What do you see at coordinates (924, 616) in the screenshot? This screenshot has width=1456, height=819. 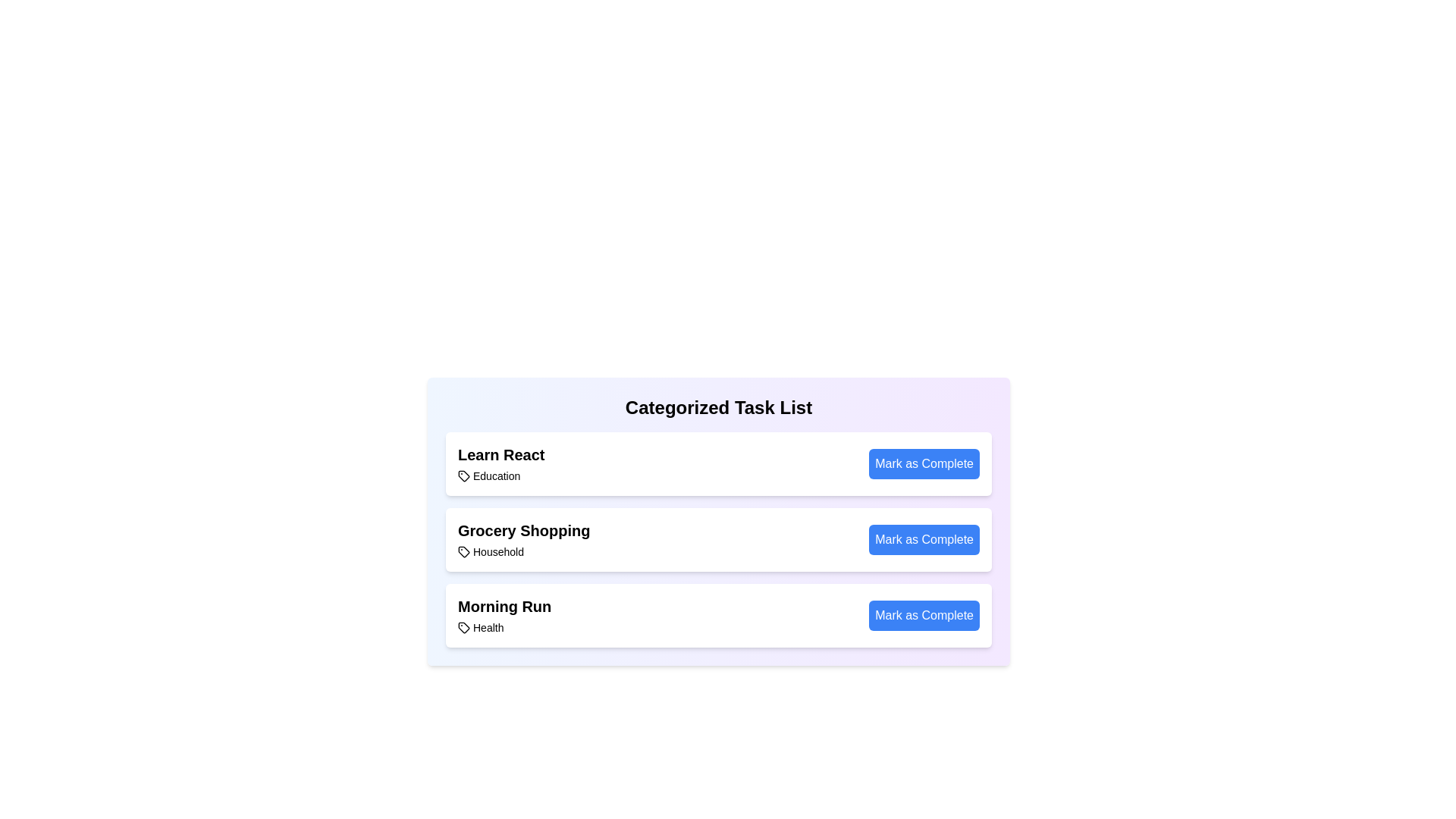 I see `the 'Mark as Complete' button for the task labeled 'Morning Run'` at bounding box center [924, 616].